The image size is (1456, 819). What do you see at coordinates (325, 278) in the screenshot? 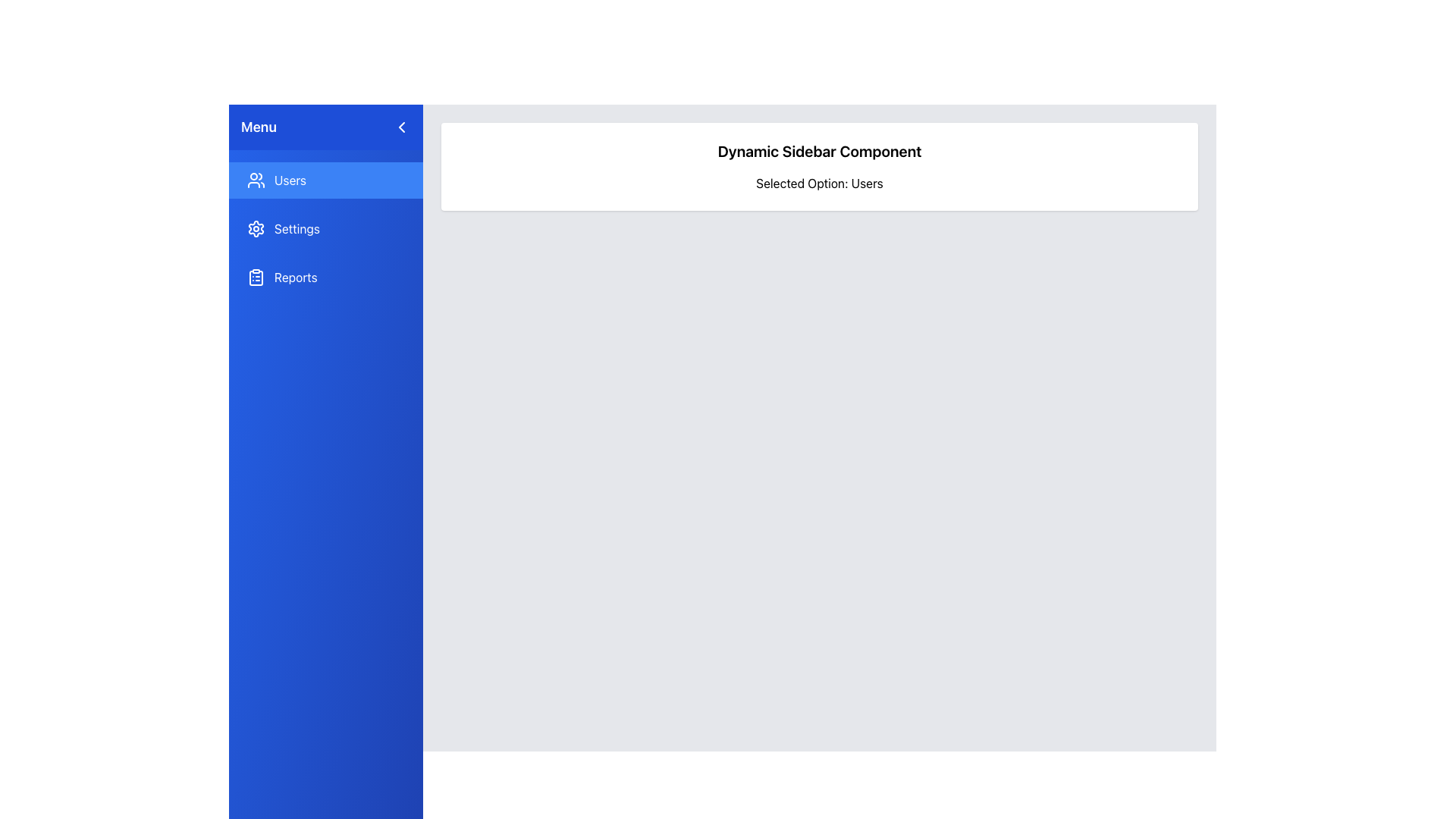
I see `the third button in the sidebar that navigates to the 'Reports' section` at bounding box center [325, 278].